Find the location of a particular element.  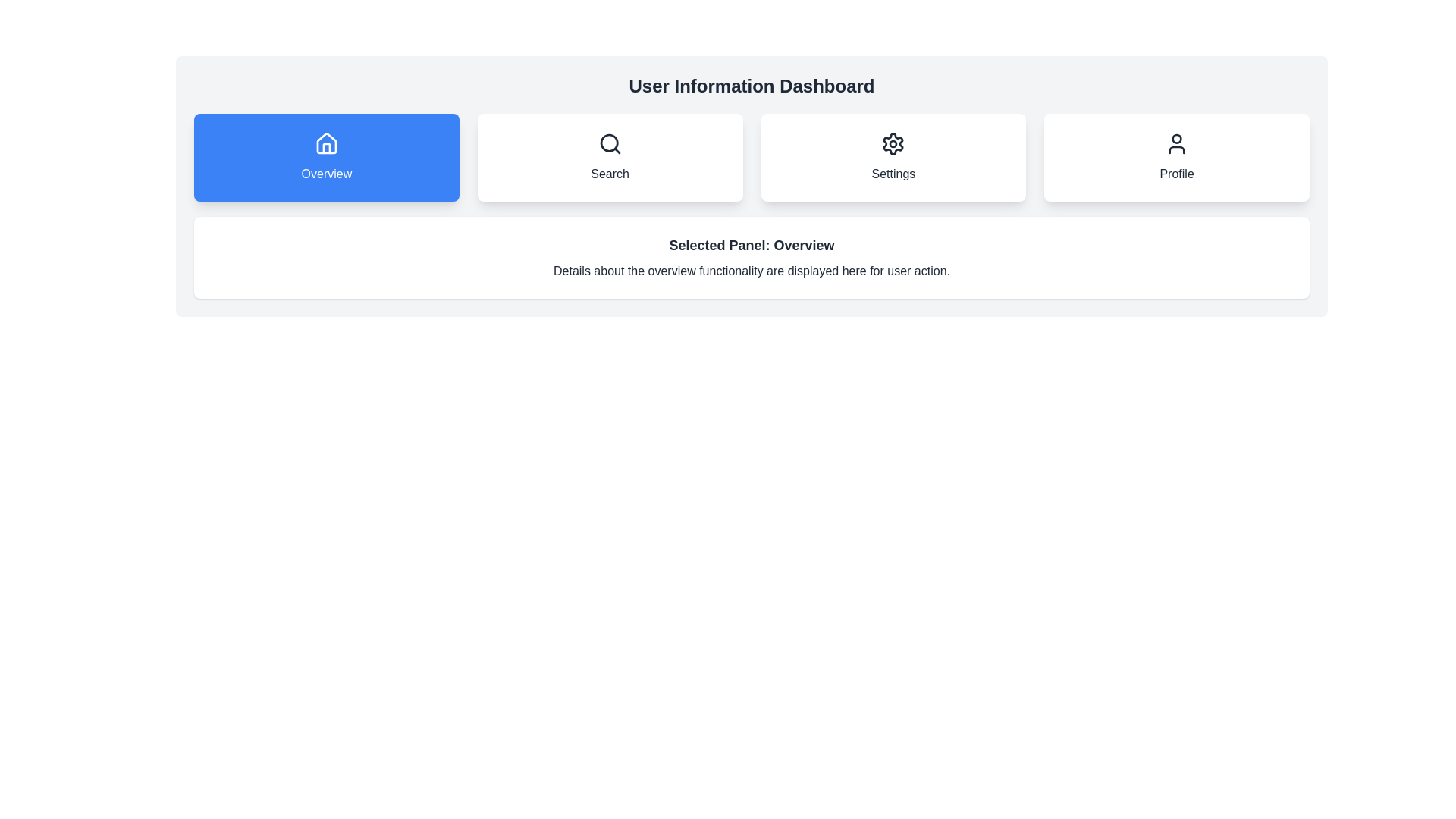

the Profile button which contains the SVG graphic representing the user interaction for navigating to the user profile section is located at coordinates (1175, 138).